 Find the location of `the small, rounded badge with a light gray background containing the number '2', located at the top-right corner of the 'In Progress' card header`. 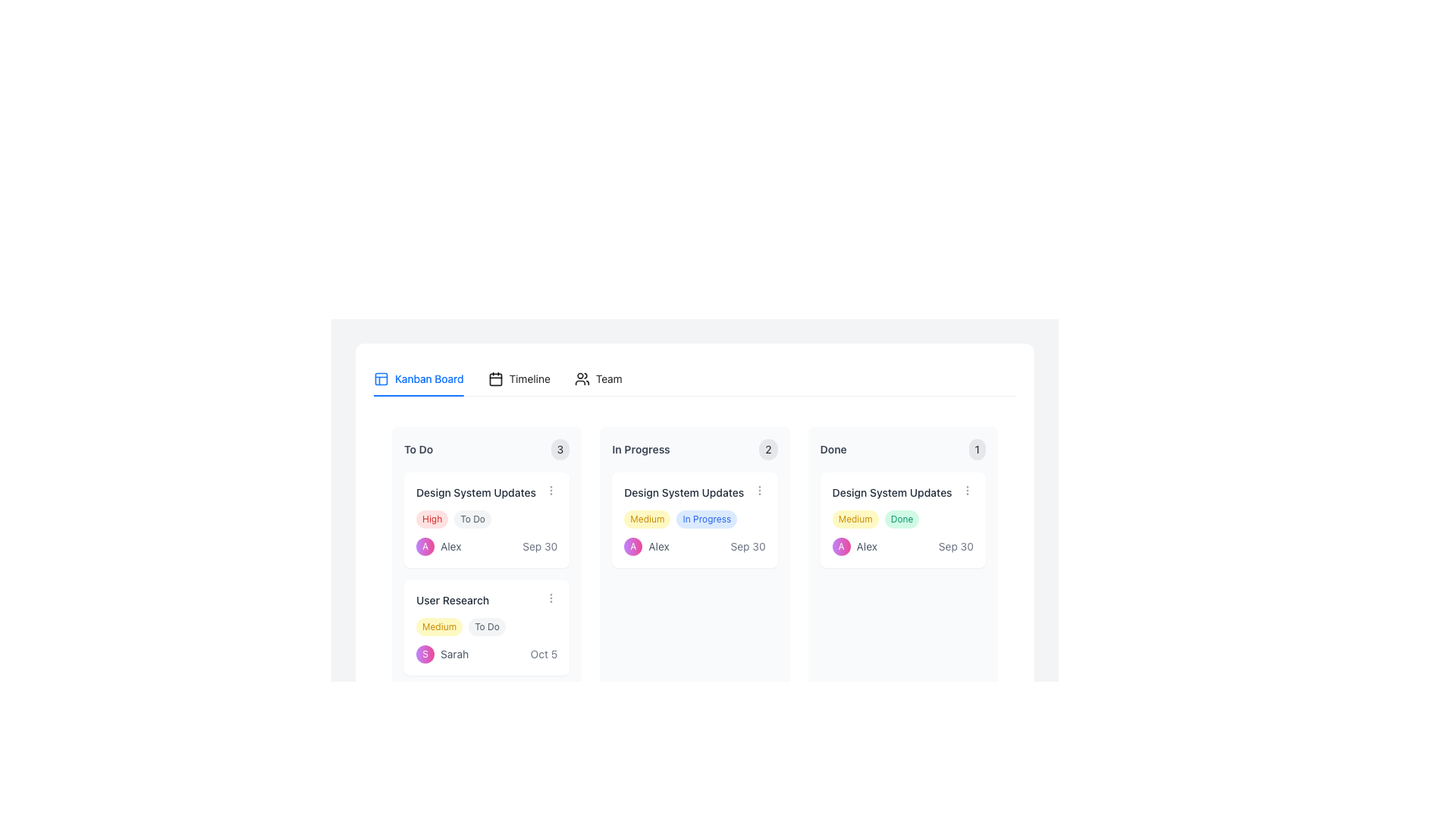

the small, rounded badge with a light gray background containing the number '2', located at the top-right corner of the 'In Progress' card header is located at coordinates (768, 449).